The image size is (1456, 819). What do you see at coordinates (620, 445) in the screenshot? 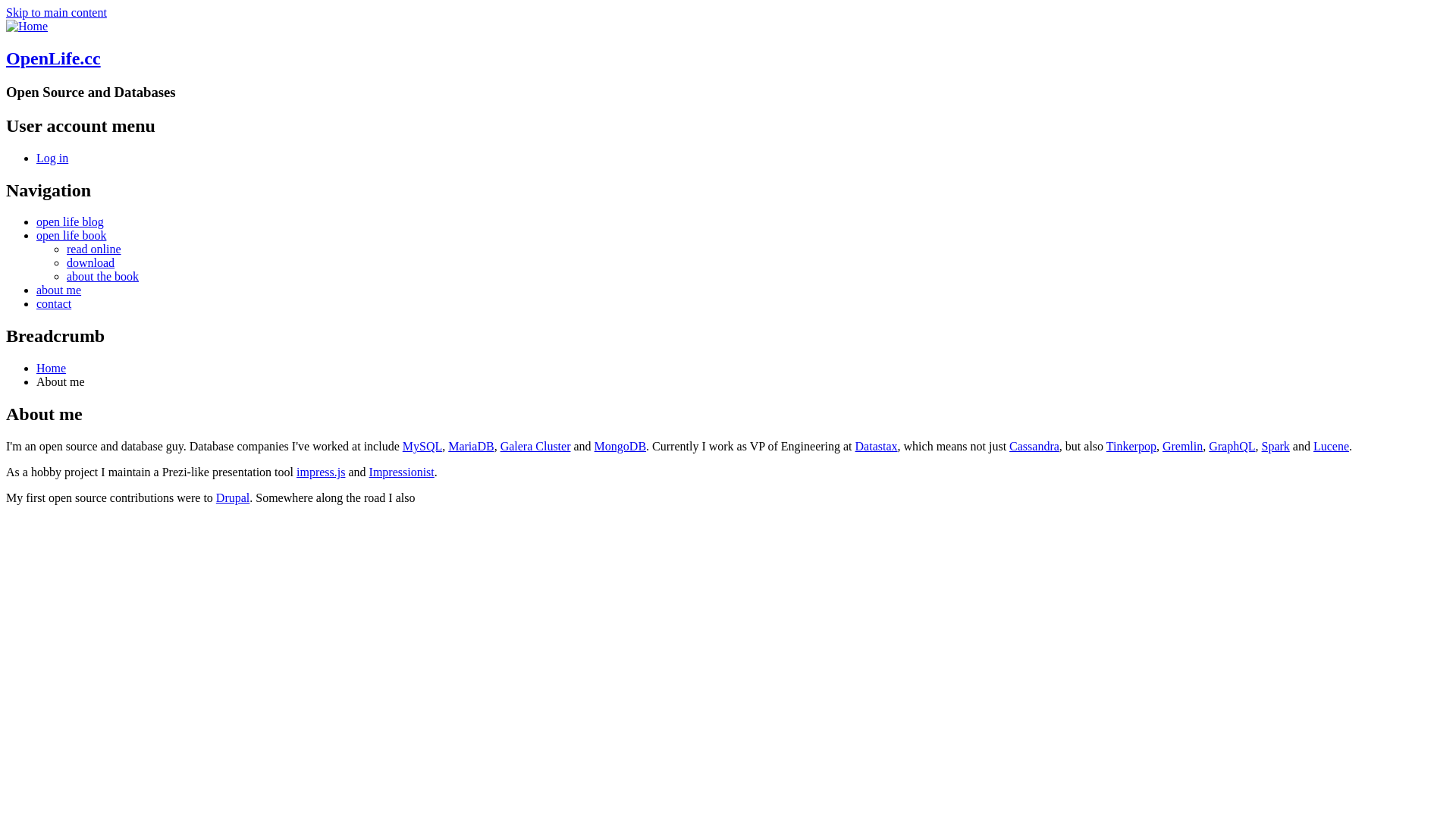
I see `'MongoDB'` at bounding box center [620, 445].